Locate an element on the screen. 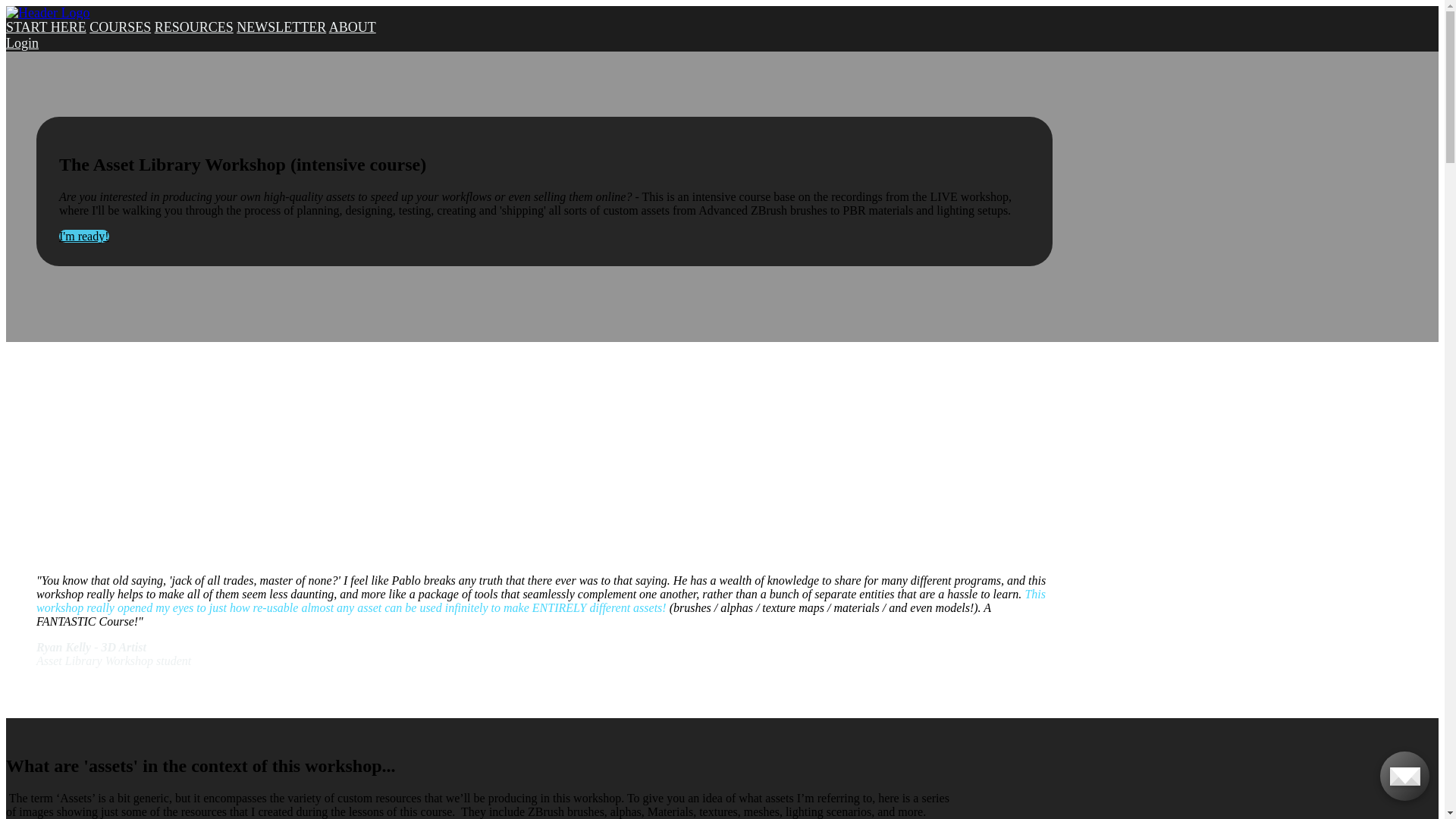 This screenshot has width=1456, height=819. 'COURSES' is located at coordinates (119, 27).